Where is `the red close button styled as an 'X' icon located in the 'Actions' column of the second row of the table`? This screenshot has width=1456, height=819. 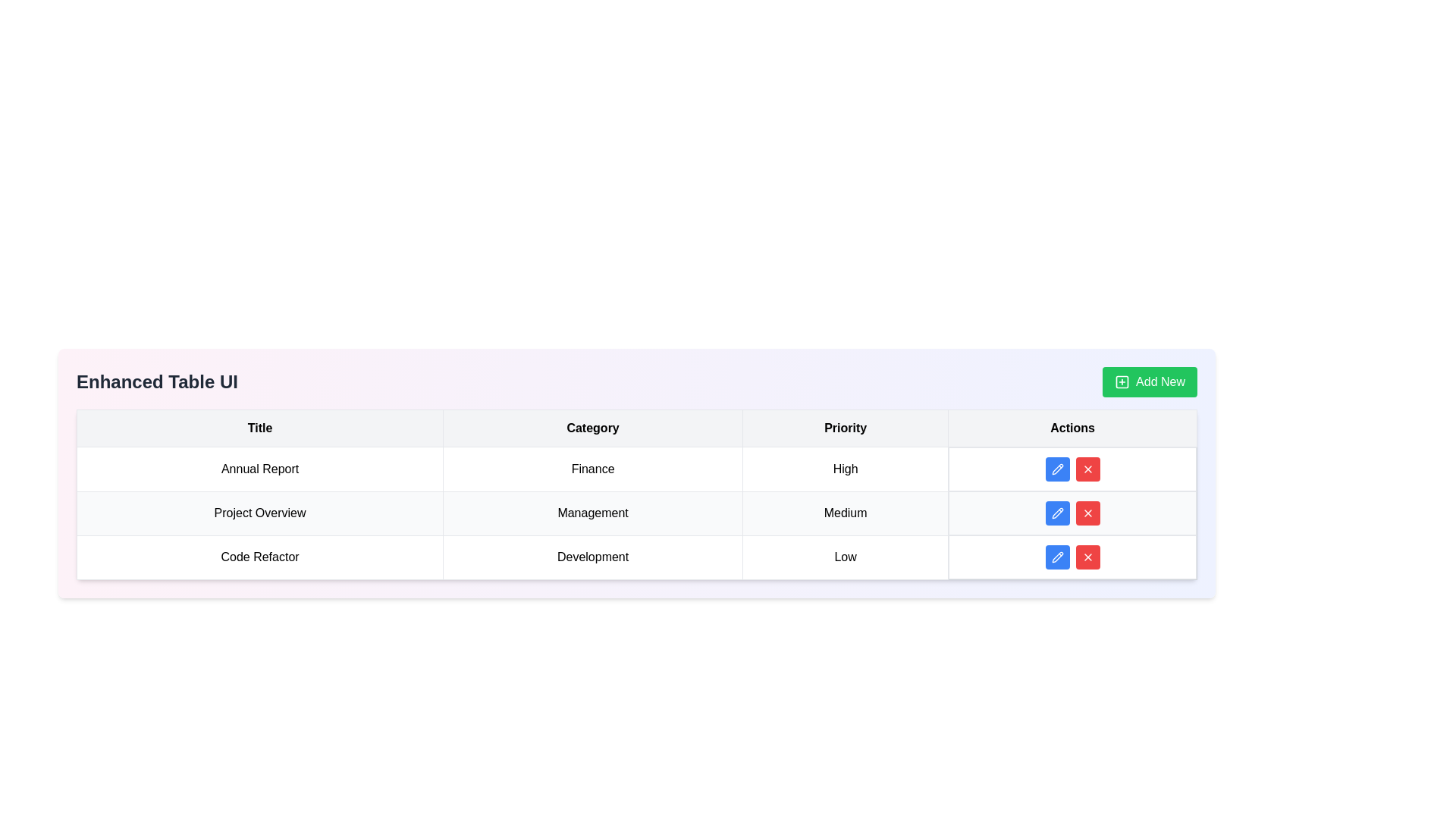
the red close button styled as an 'X' icon located in the 'Actions' column of the second row of the table is located at coordinates (1087, 468).